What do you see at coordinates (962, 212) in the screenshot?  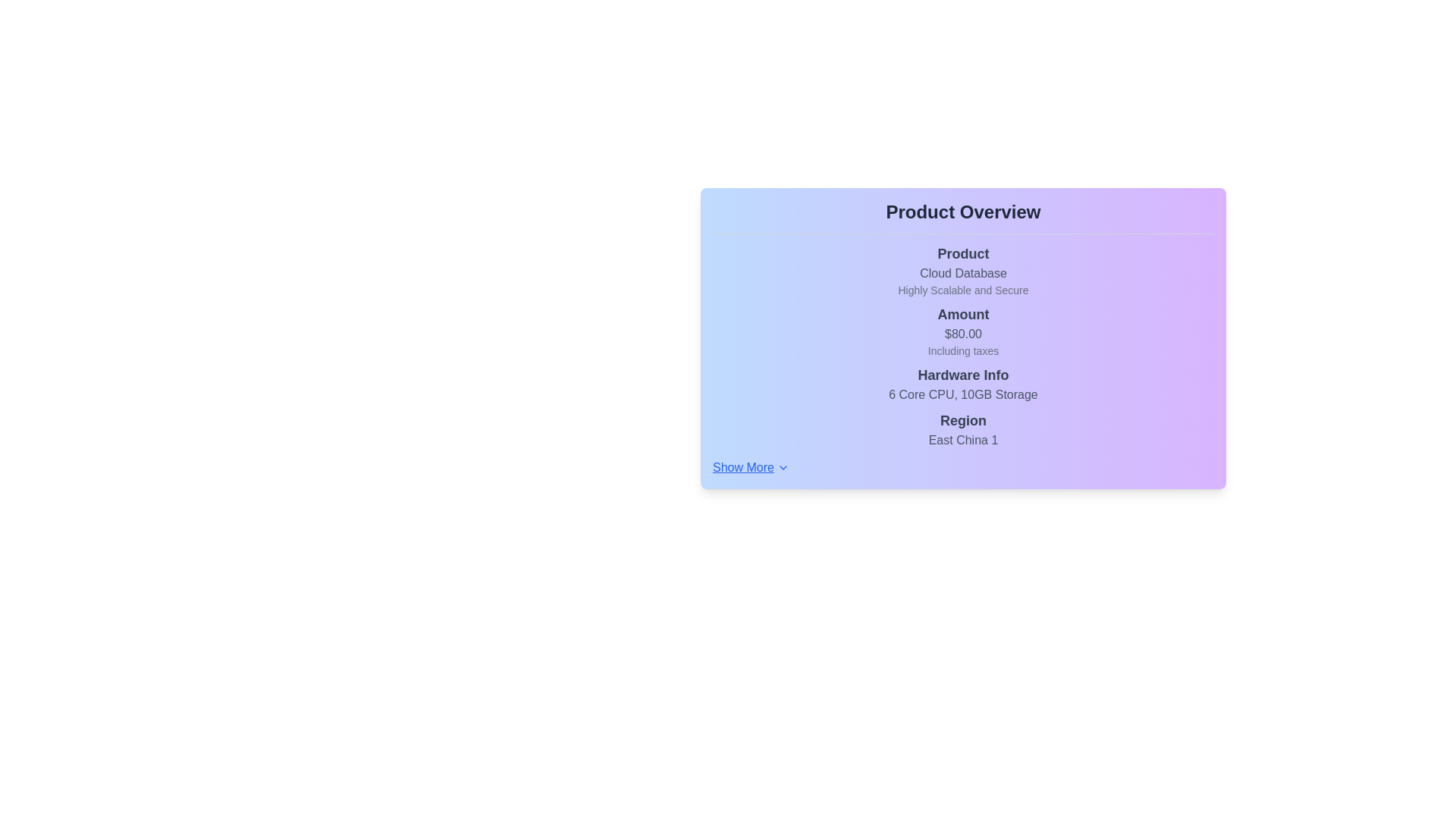 I see `text content of the header element, which is centrally aligned at the top of the card layout and serves as a title for the content below` at bounding box center [962, 212].